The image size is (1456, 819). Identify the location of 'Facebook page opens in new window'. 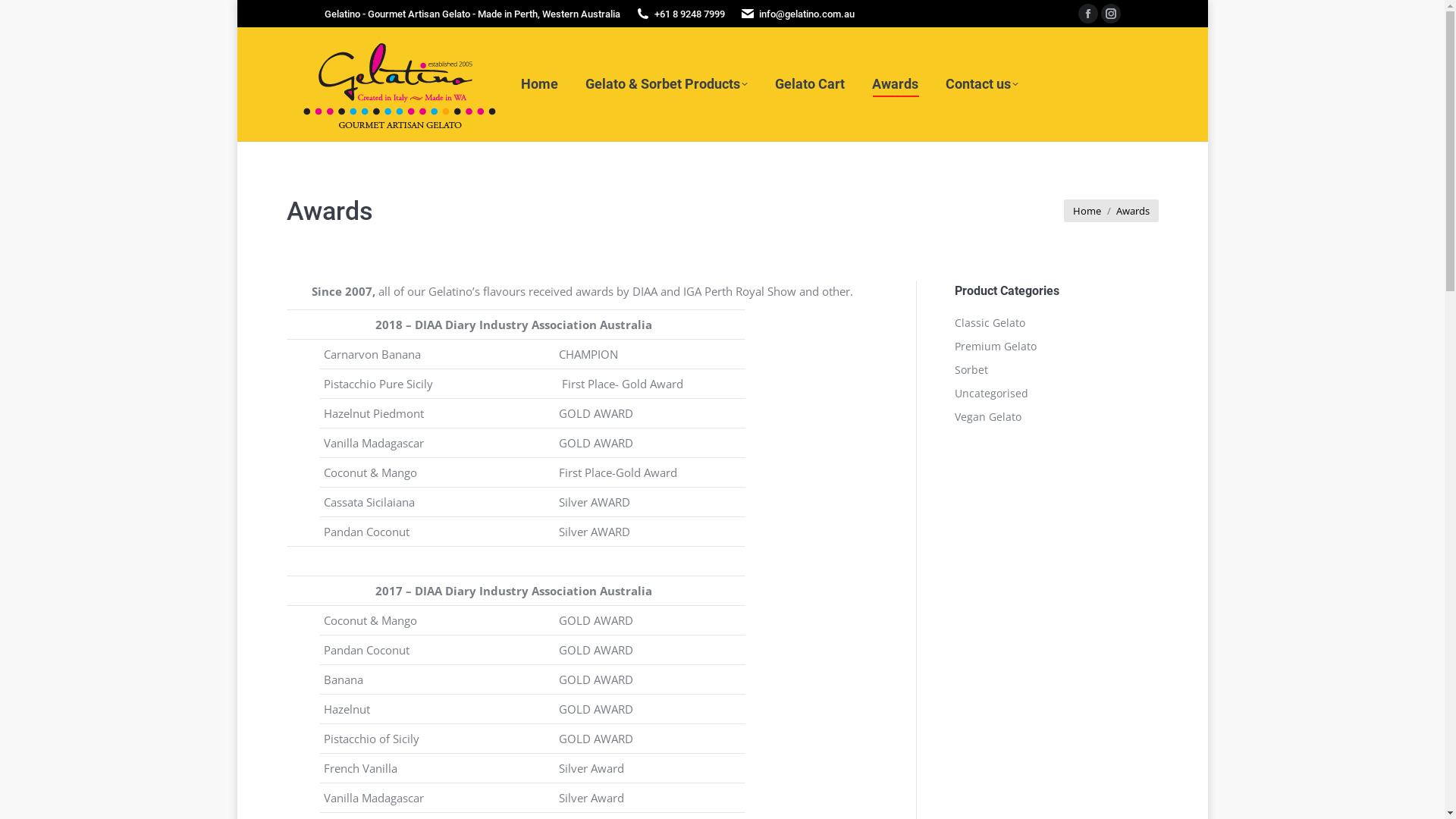
(1087, 14).